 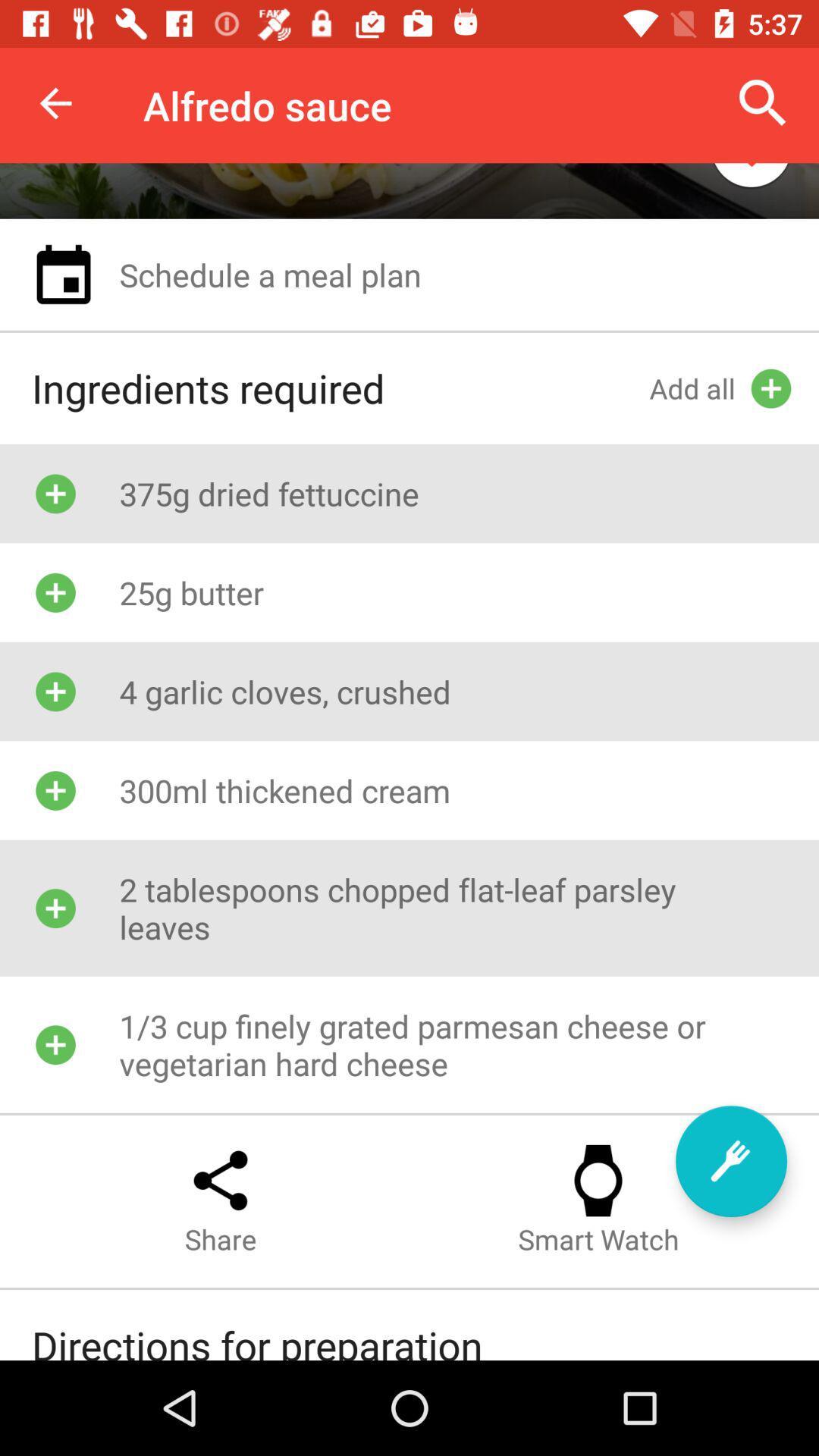 I want to click on the item next to the alfredo sauce, so click(x=55, y=102).